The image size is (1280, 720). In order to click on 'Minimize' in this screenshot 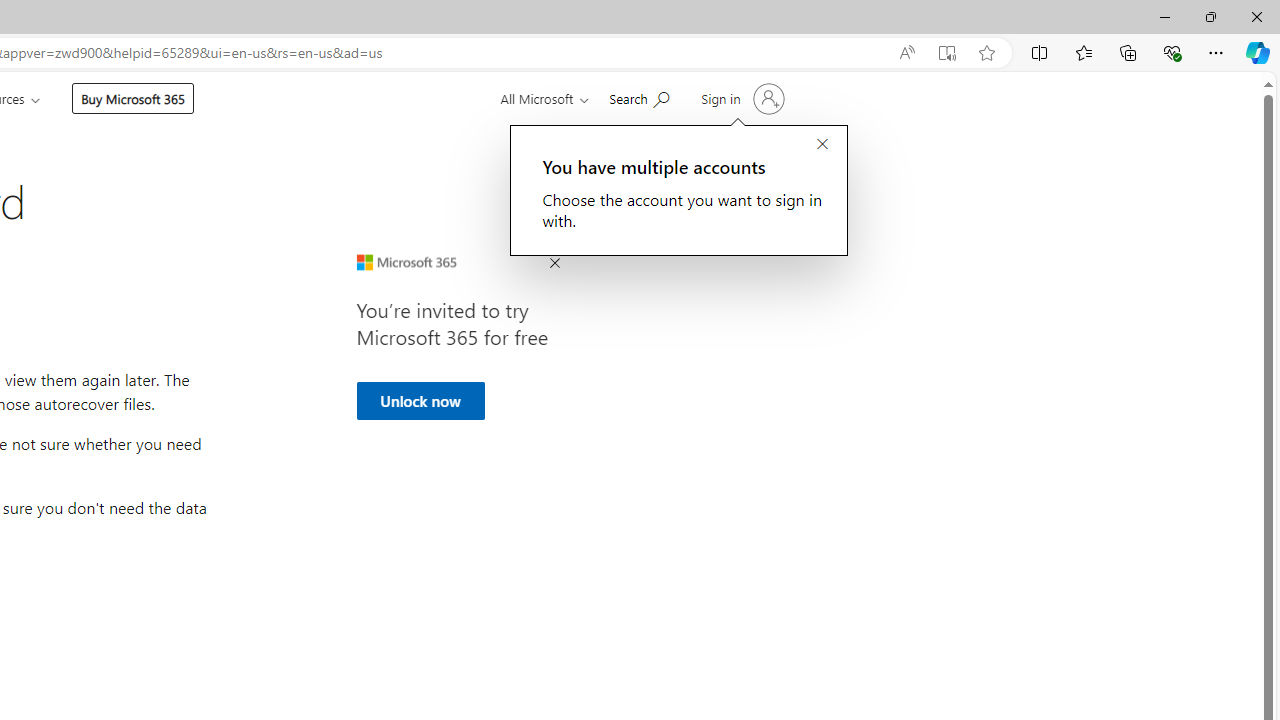, I will do `click(1164, 16)`.